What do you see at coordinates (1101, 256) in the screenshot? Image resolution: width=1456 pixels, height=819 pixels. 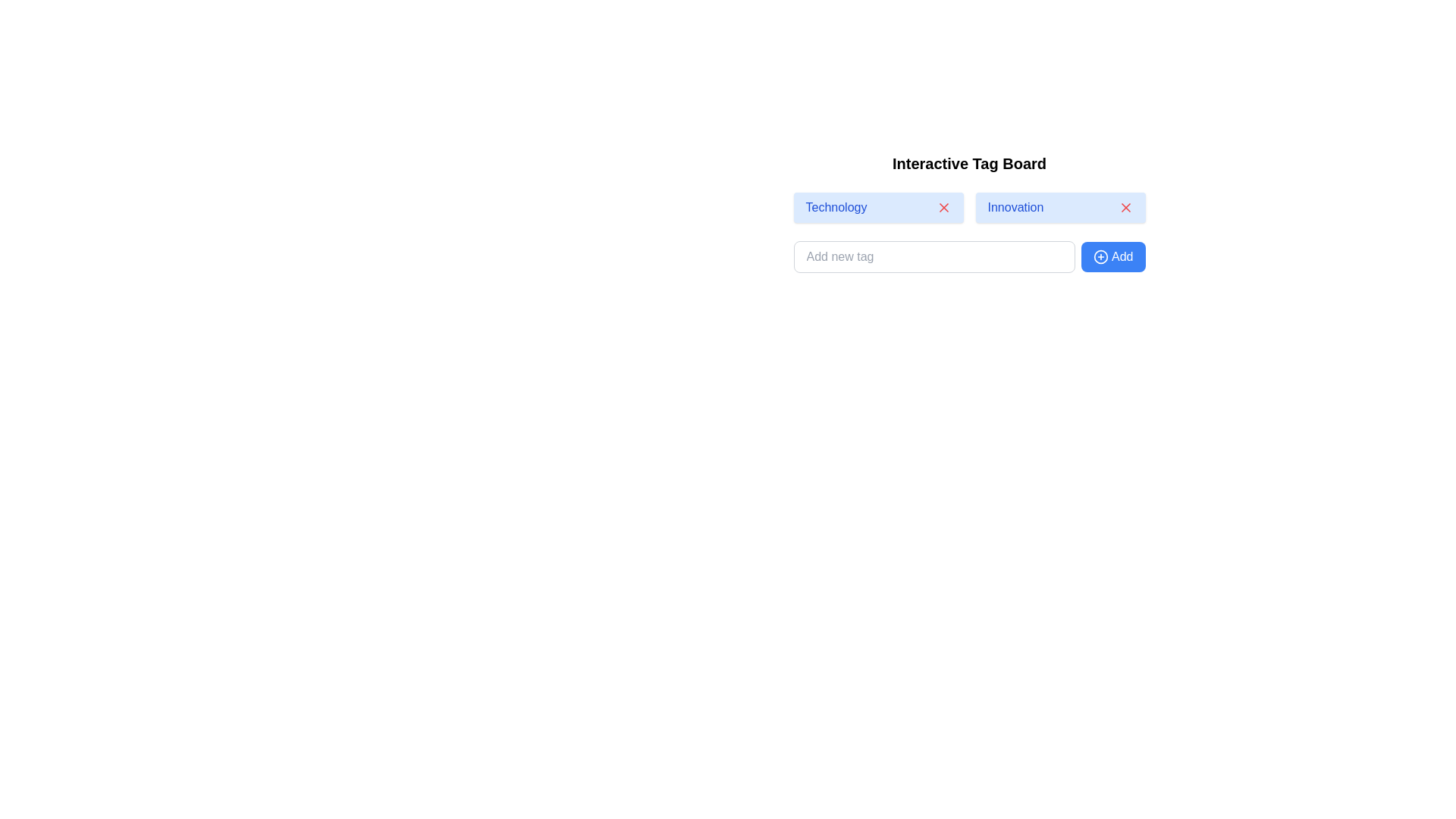 I see `the circular SVG element representing the 'Add' action, which is part of the button next to the input field for adding tags` at bounding box center [1101, 256].